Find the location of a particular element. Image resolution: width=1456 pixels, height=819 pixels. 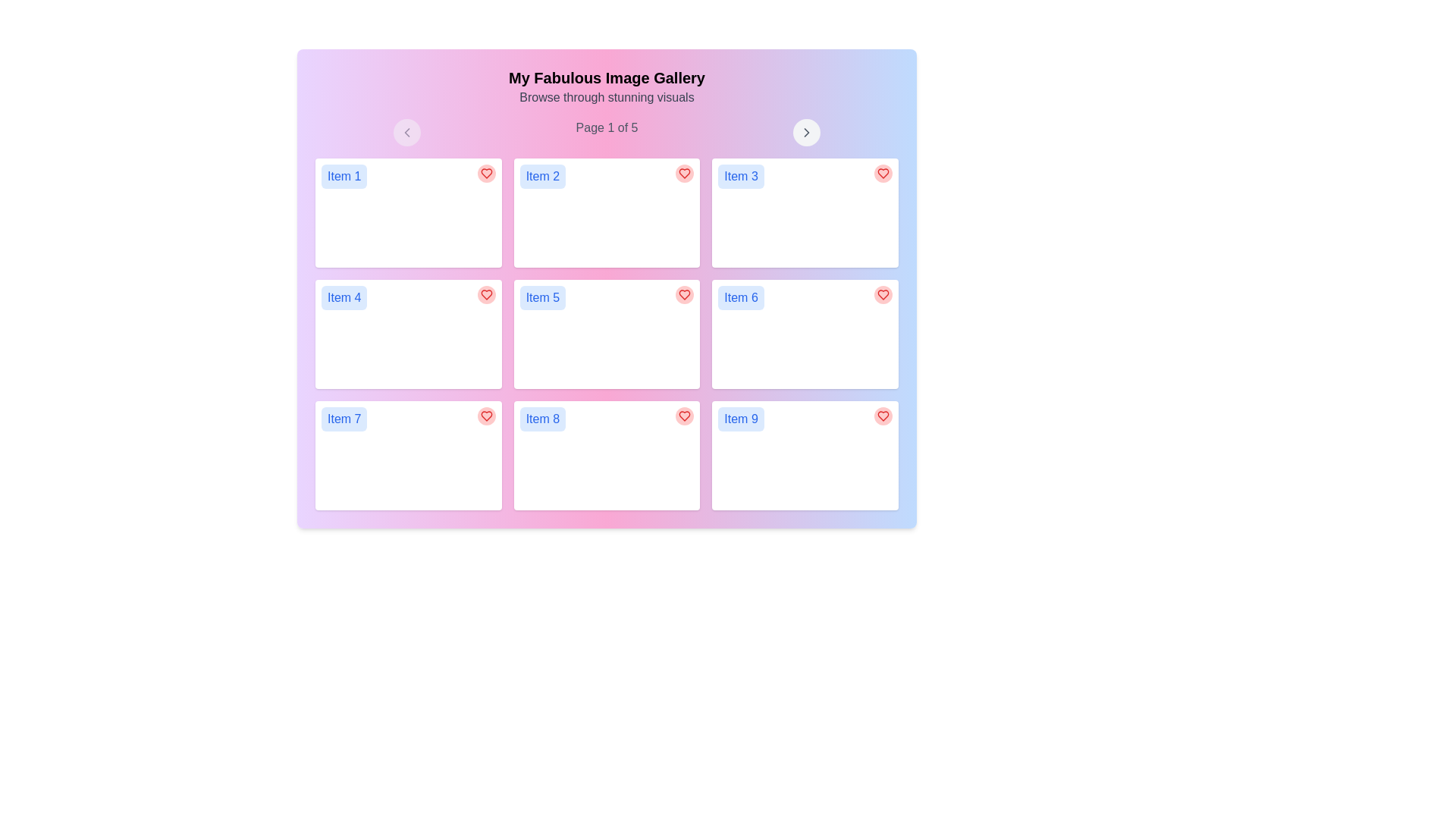

the small circular button with a light gray background and a right-pointing chevron icon, located to the right of the 'Page 1 of 5' text is located at coordinates (806, 131).